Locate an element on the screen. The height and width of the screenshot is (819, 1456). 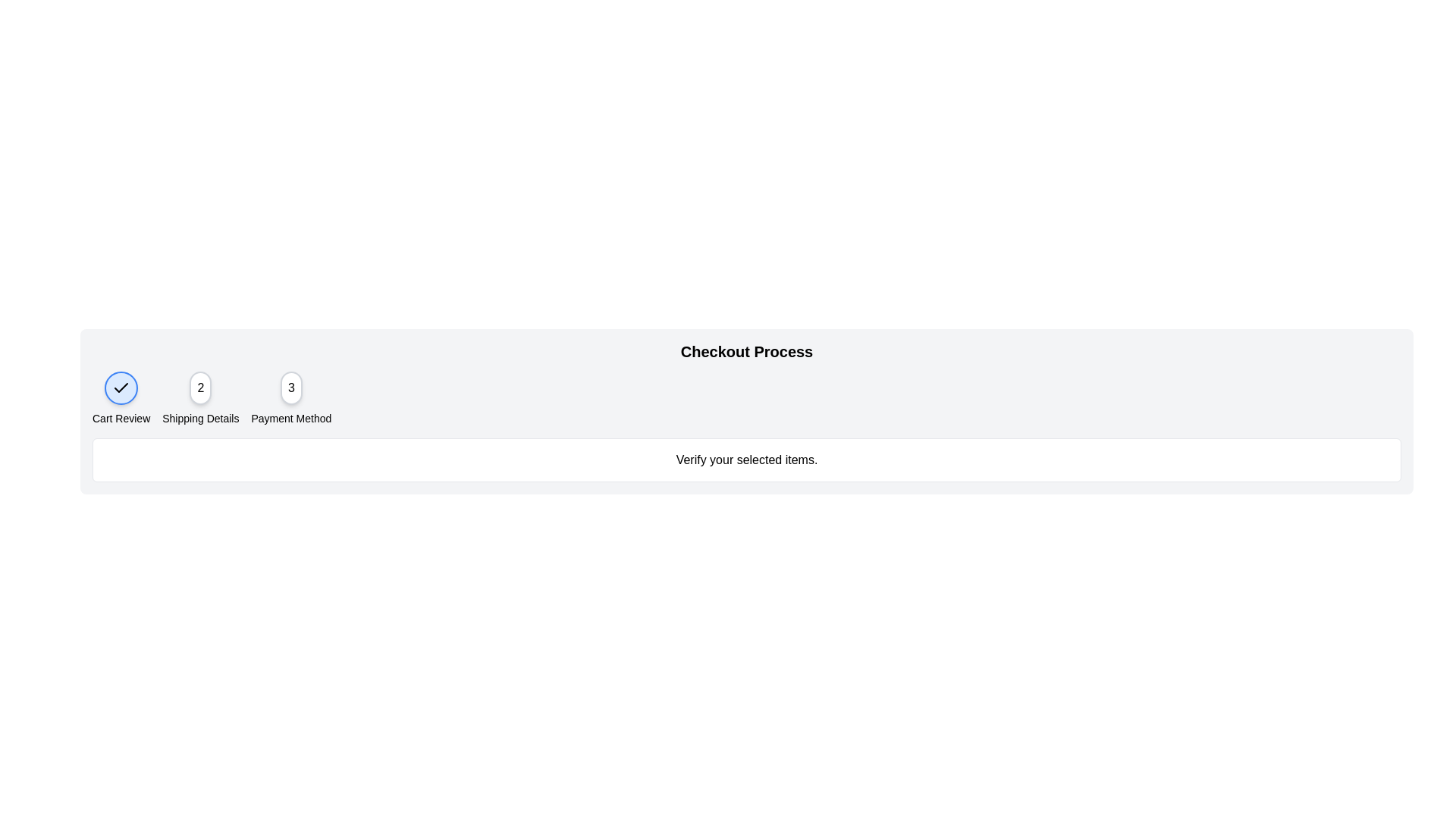
the step indicator button labeled '3', which is a small circle with a white background and a gray border is located at coordinates (291, 388).